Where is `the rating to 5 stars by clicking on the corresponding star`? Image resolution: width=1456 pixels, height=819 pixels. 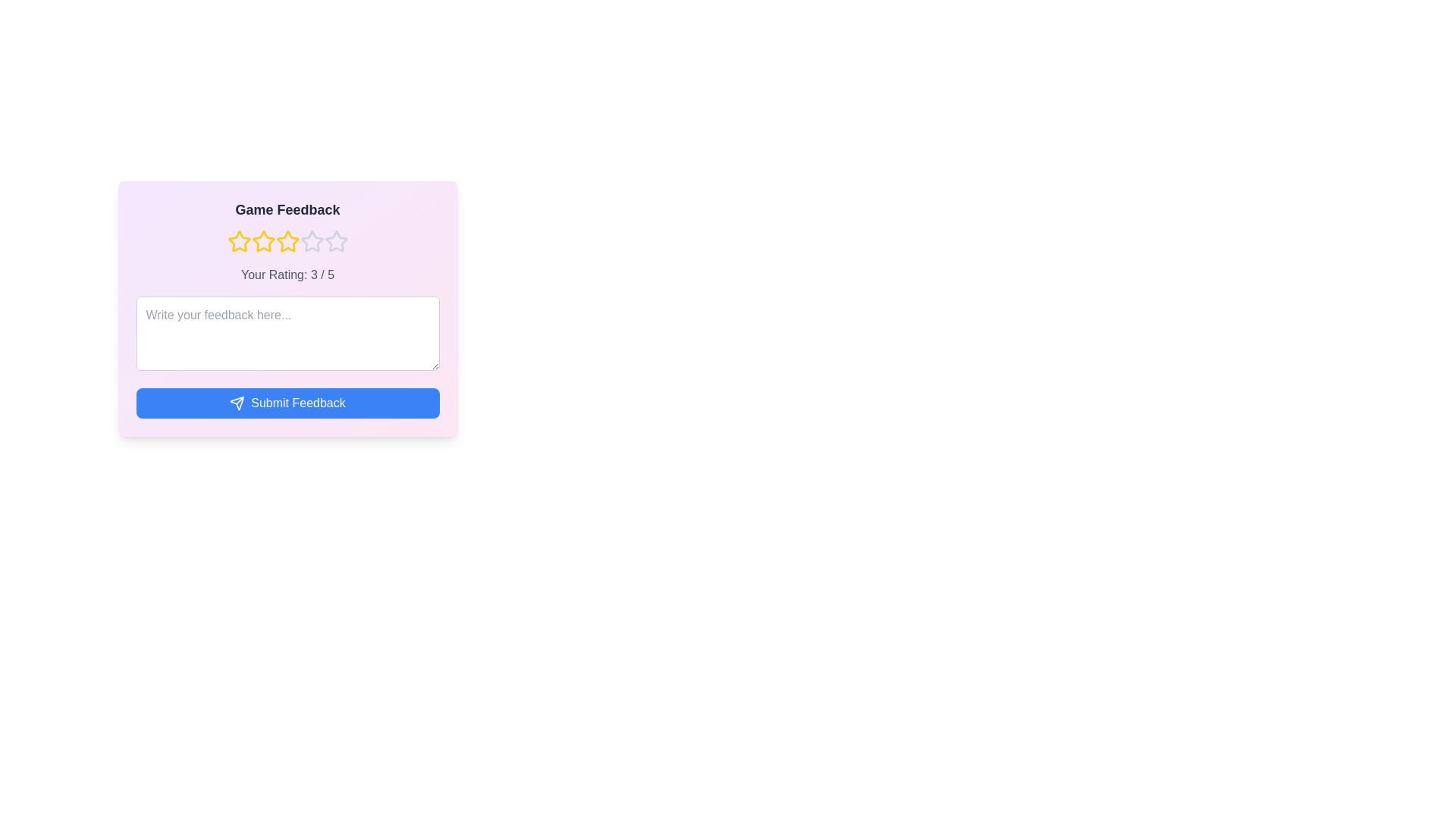 the rating to 5 stars by clicking on the corresponding star is located at coordinates (335, 241).